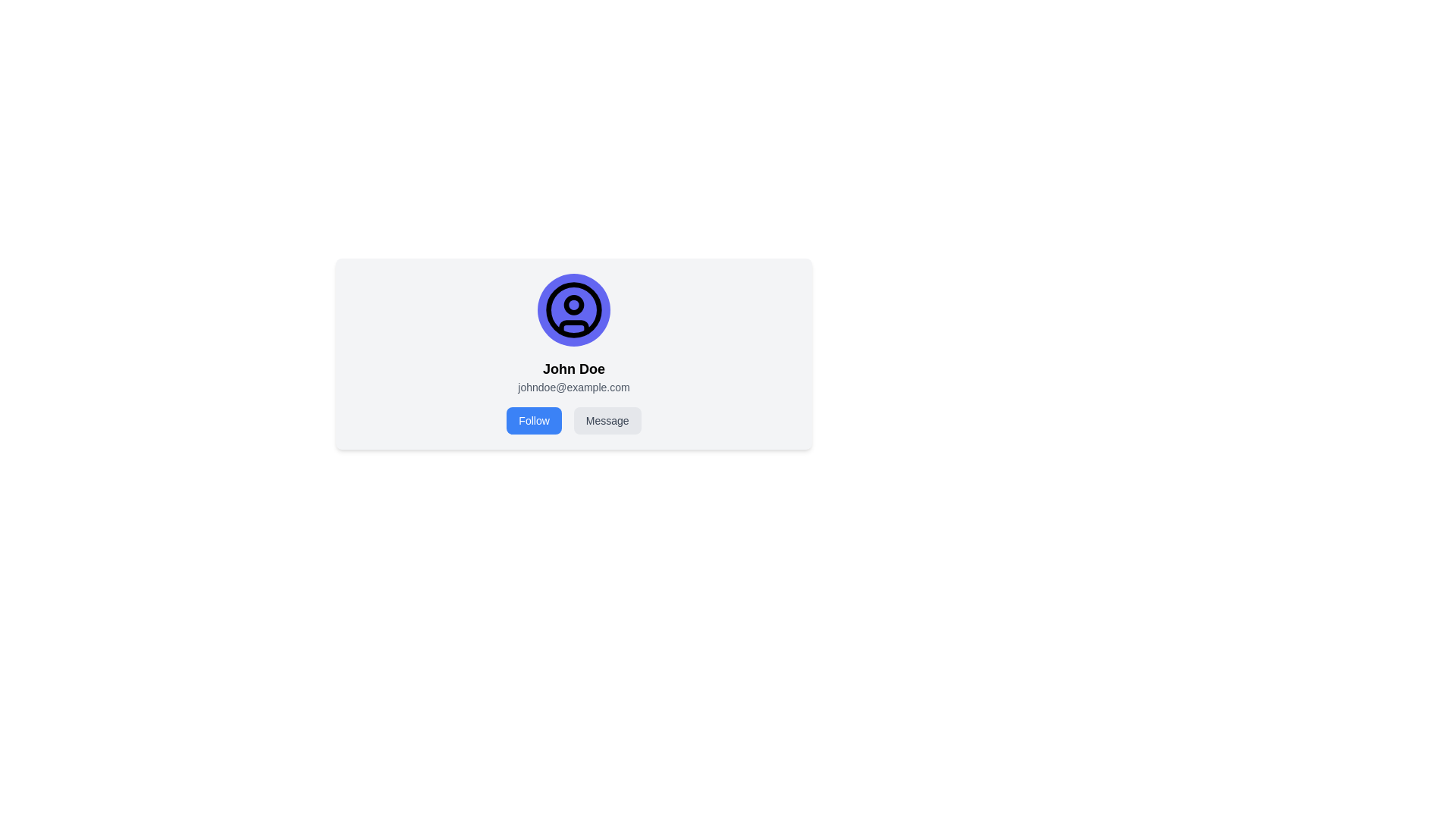  I want to click on the email address displayed below 'John Doe' in the profile card, which is the last visible text element and centrally aligned, so click(573, 386).